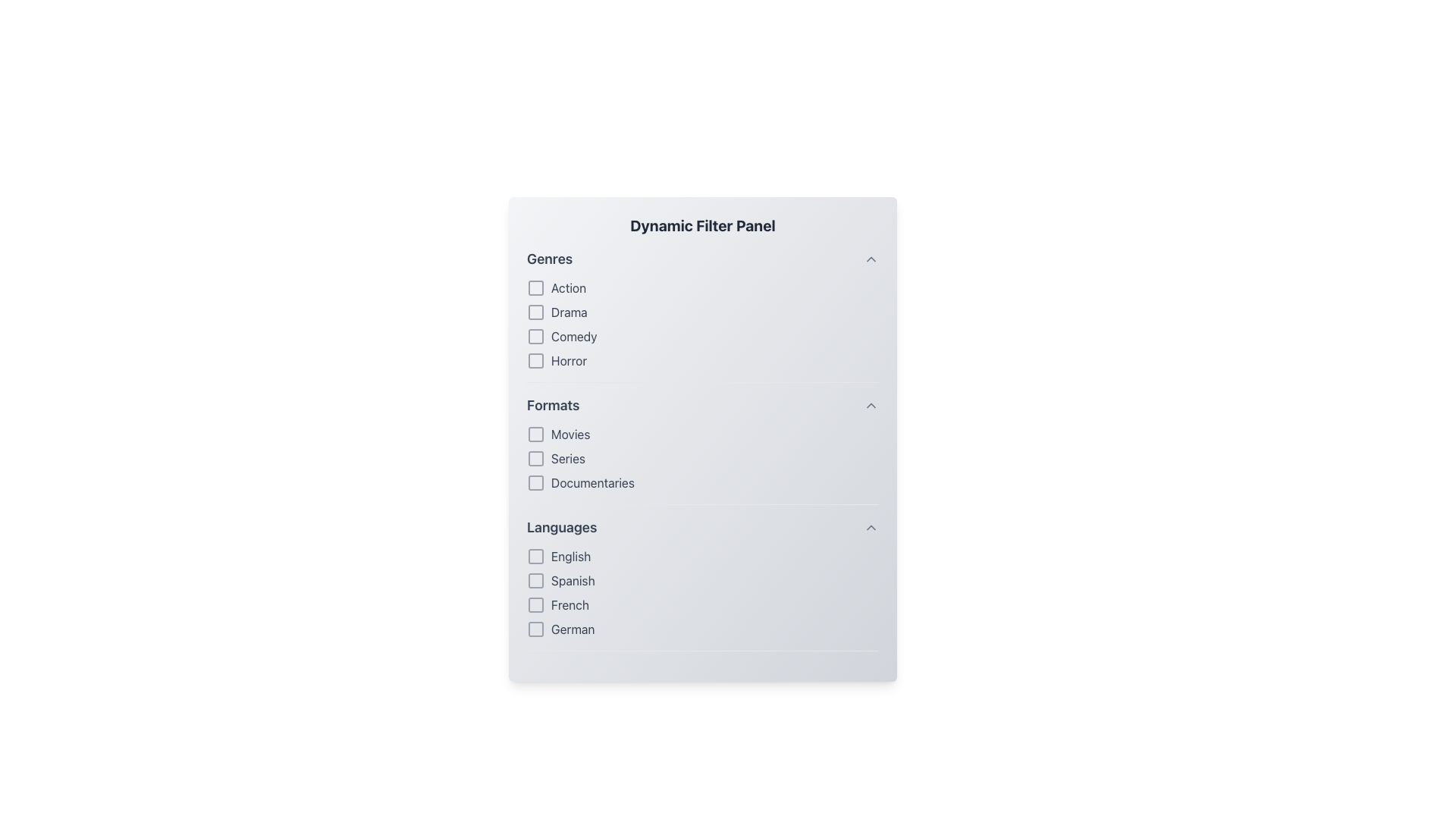  What do you see at coordinates (570, 556) in the screenshot?
I see `the 'English' text label located within the 'Languages' section of the filter panel, which is the first option in the list of selectable languages` at bounding box center [570, 556].